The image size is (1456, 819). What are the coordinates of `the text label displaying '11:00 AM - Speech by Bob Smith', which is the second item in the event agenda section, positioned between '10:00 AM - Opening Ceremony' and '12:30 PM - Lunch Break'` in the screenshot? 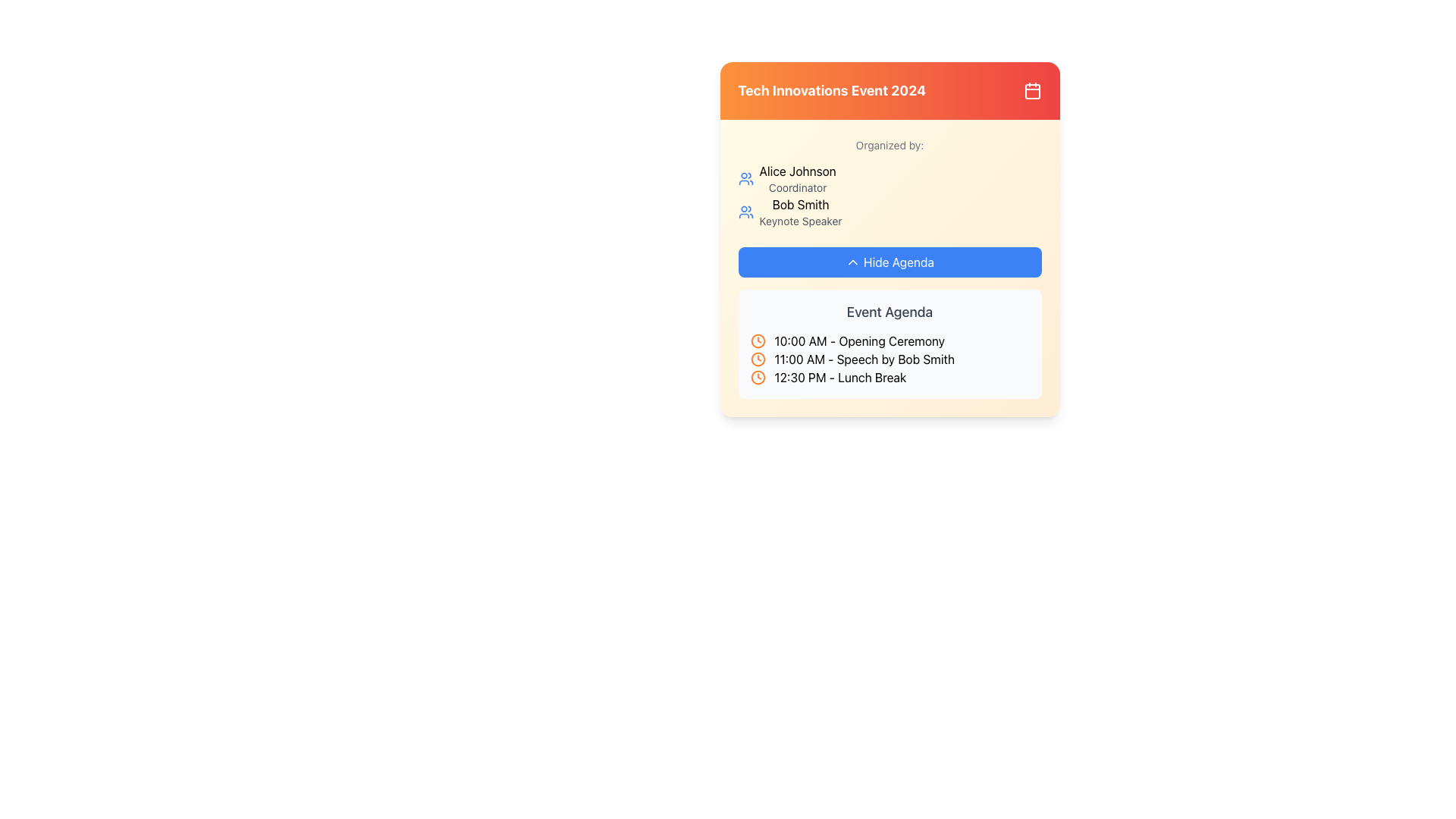 It's located at (864, 359).